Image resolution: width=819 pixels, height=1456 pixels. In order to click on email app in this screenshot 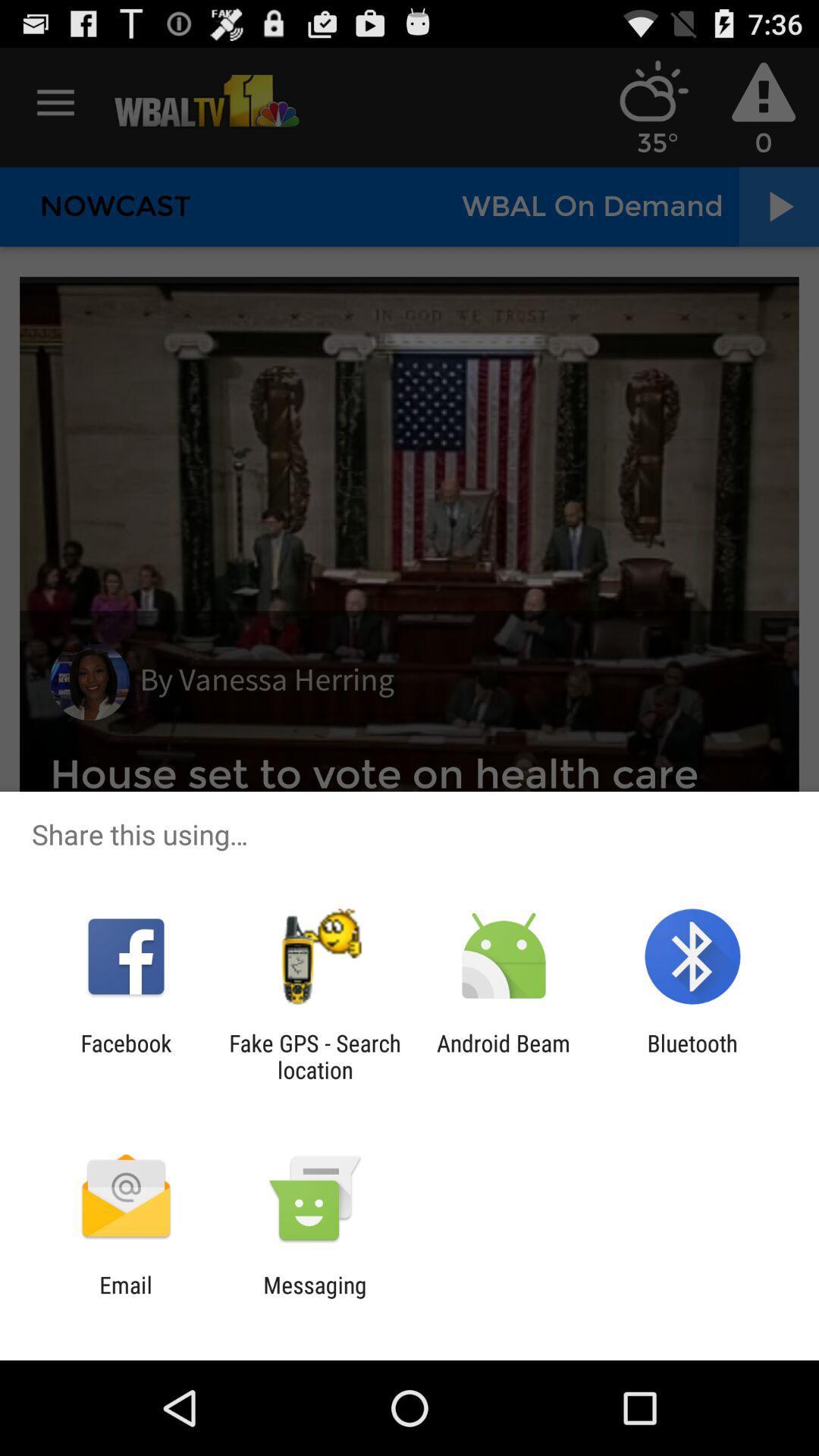, I will do `click(125, 1298)`.